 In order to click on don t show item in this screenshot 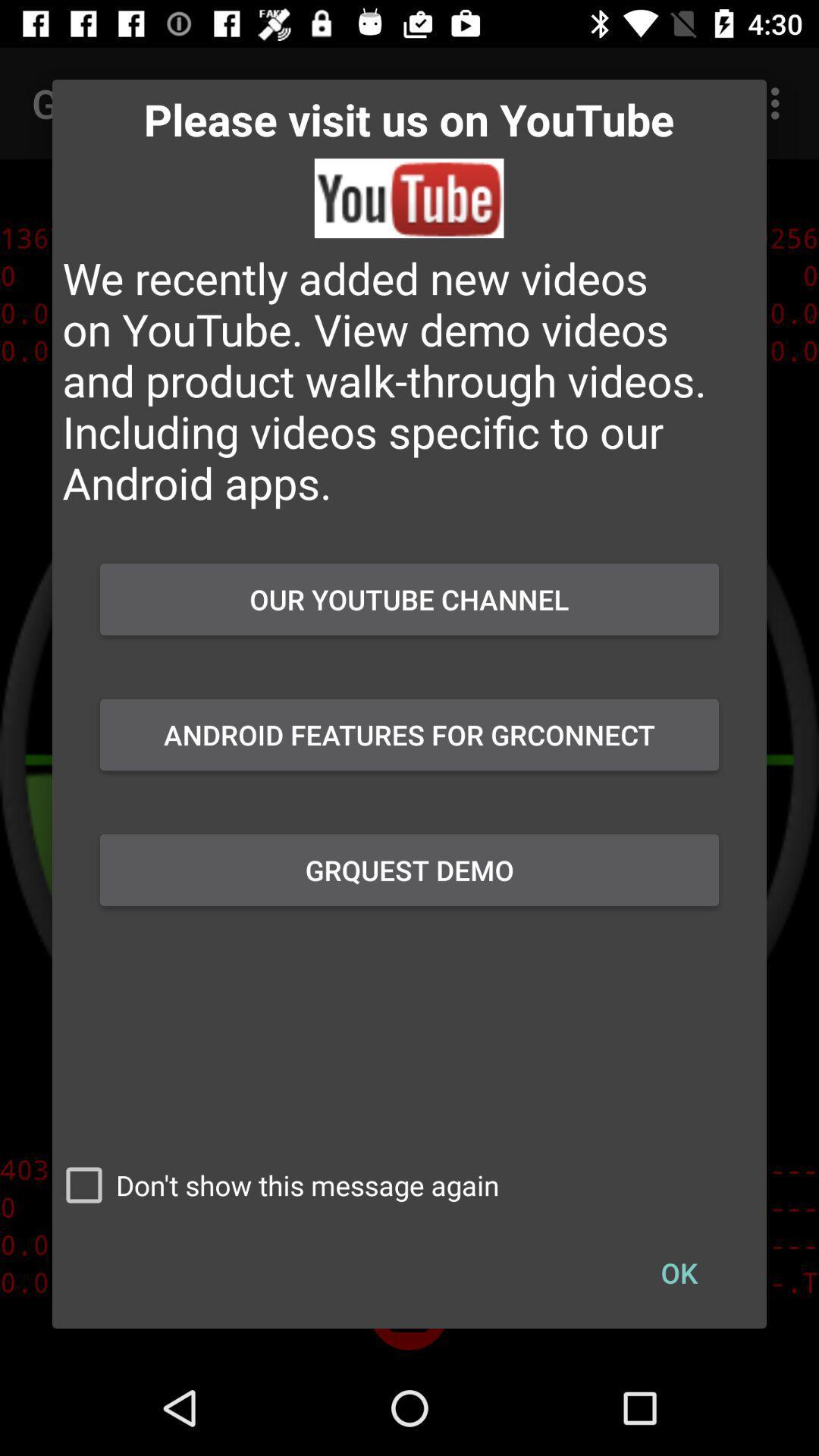, I will do `click(275, 1185)`.